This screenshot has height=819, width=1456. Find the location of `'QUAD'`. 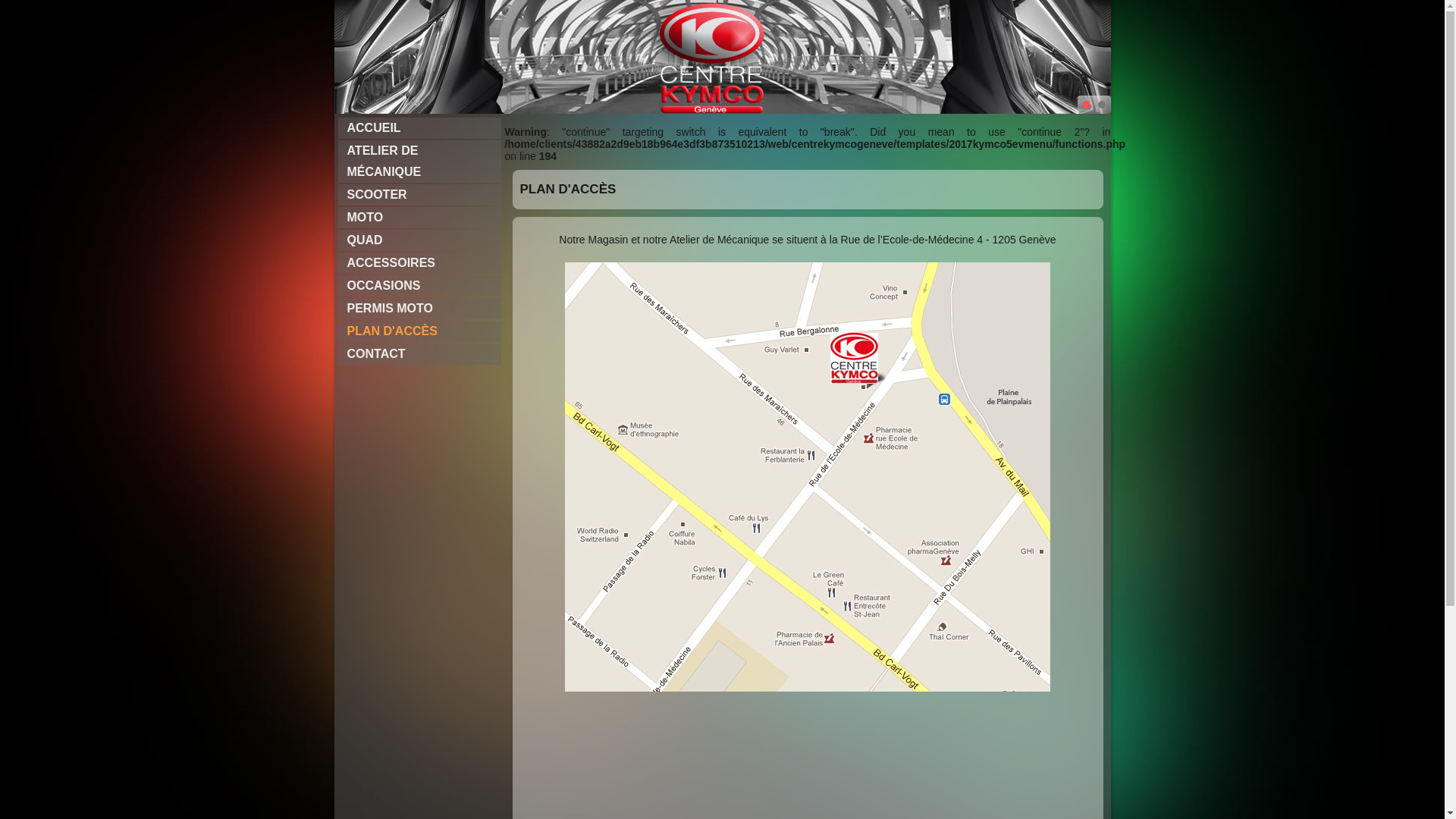

'QUAD' is located at coordinates (419, 239).